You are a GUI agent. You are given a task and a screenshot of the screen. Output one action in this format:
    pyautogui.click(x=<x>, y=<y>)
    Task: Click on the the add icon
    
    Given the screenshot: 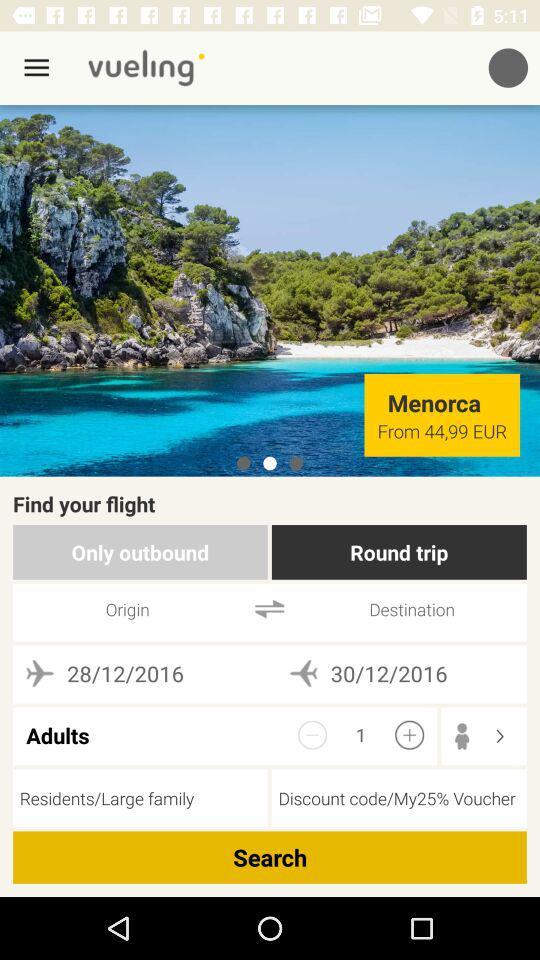 What is the action you would take?
    pyautogui.click(x=408, y=734)
    